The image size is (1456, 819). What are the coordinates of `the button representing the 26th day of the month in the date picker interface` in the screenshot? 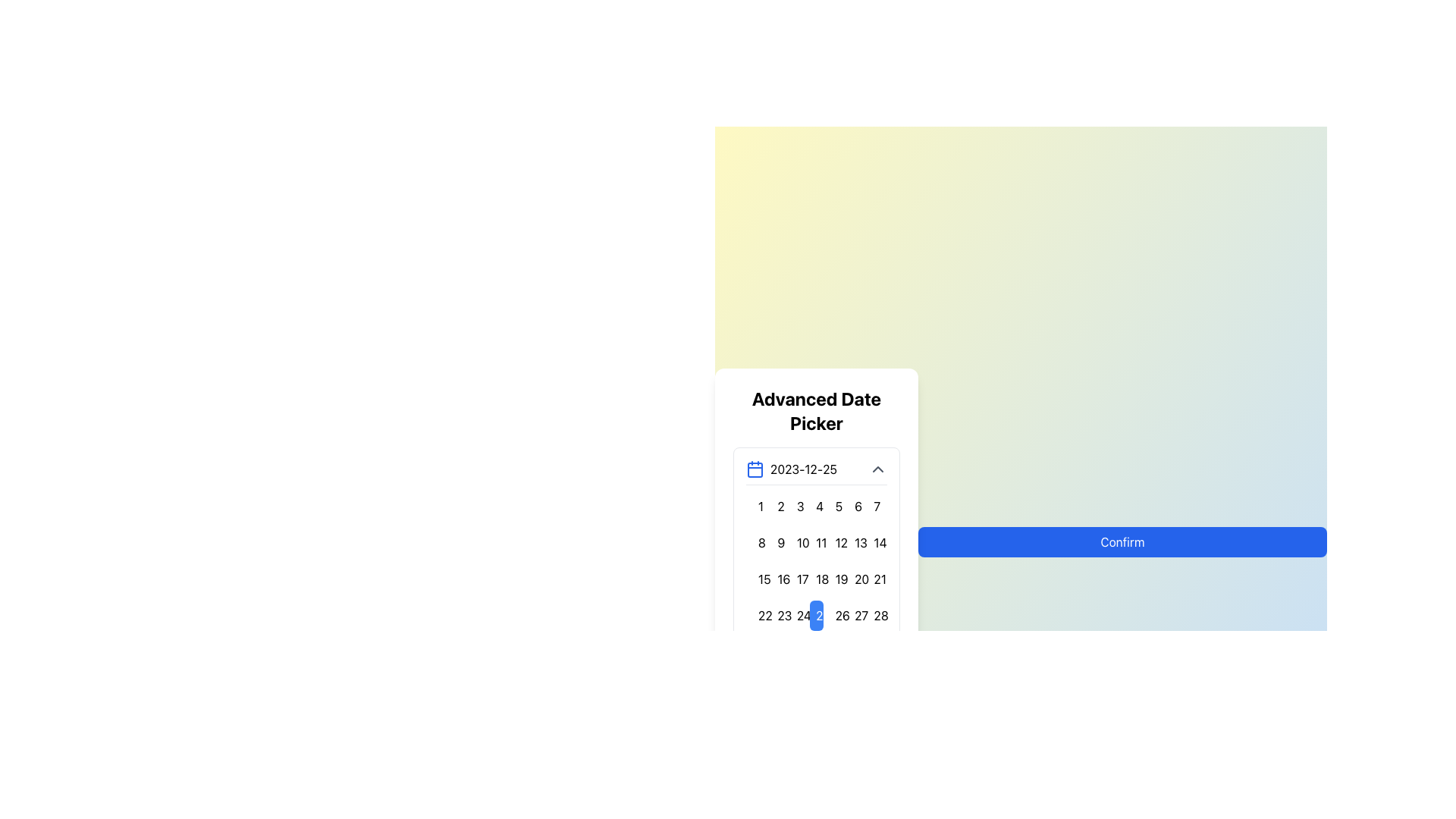 It's located at (835, 615).